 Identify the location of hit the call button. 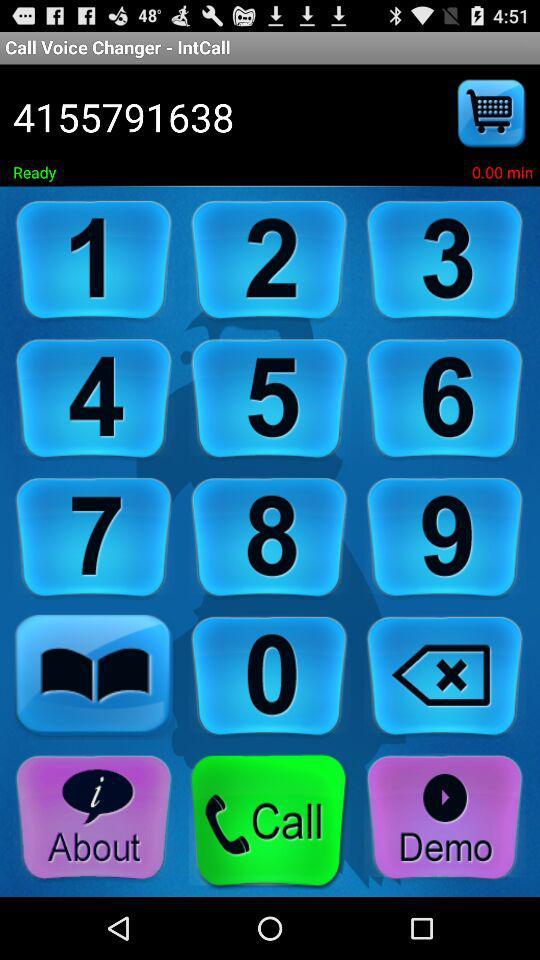
(269, 821).